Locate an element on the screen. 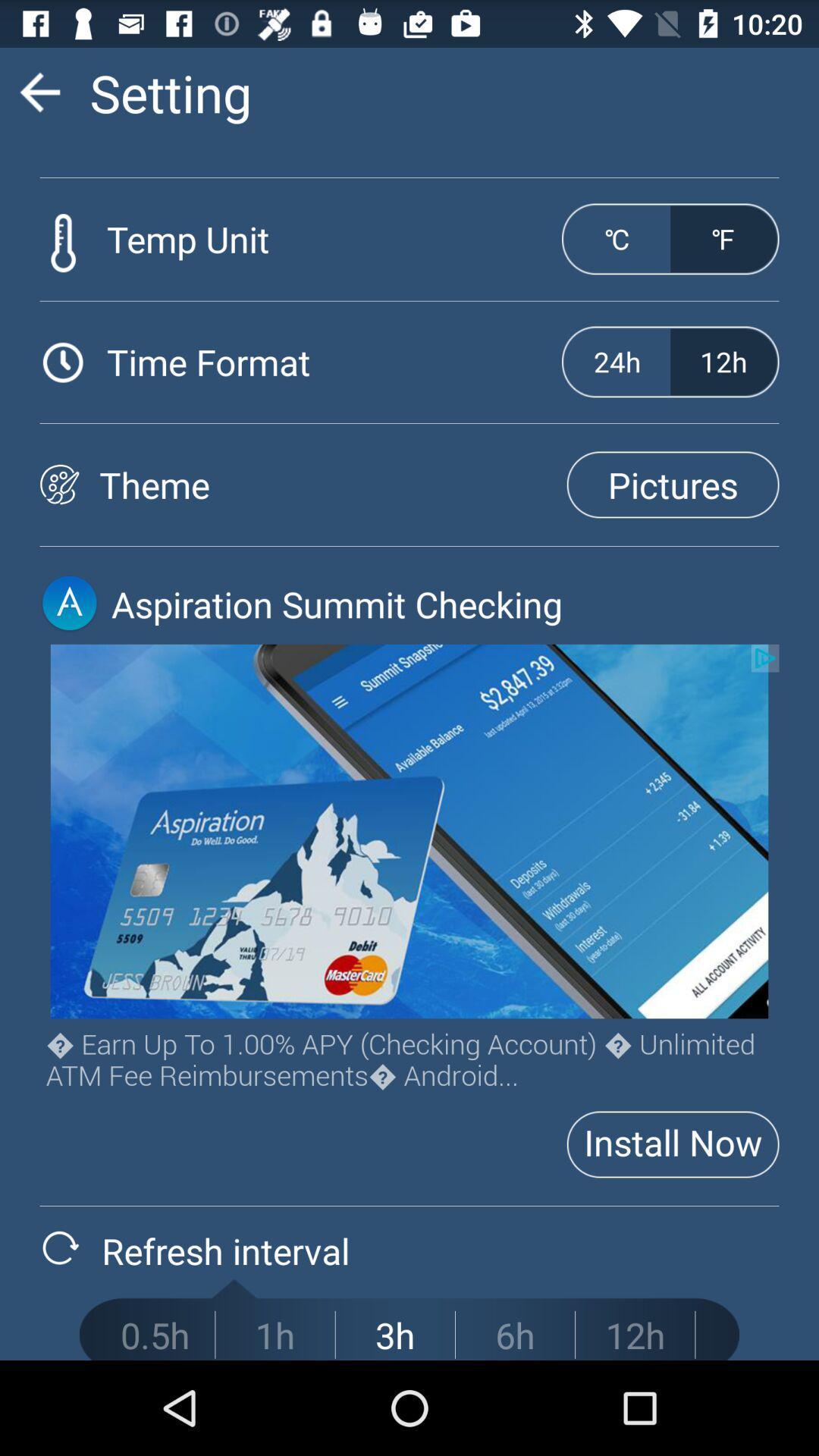  1h at the bottom of the page is located at coordinates (275, 1335).